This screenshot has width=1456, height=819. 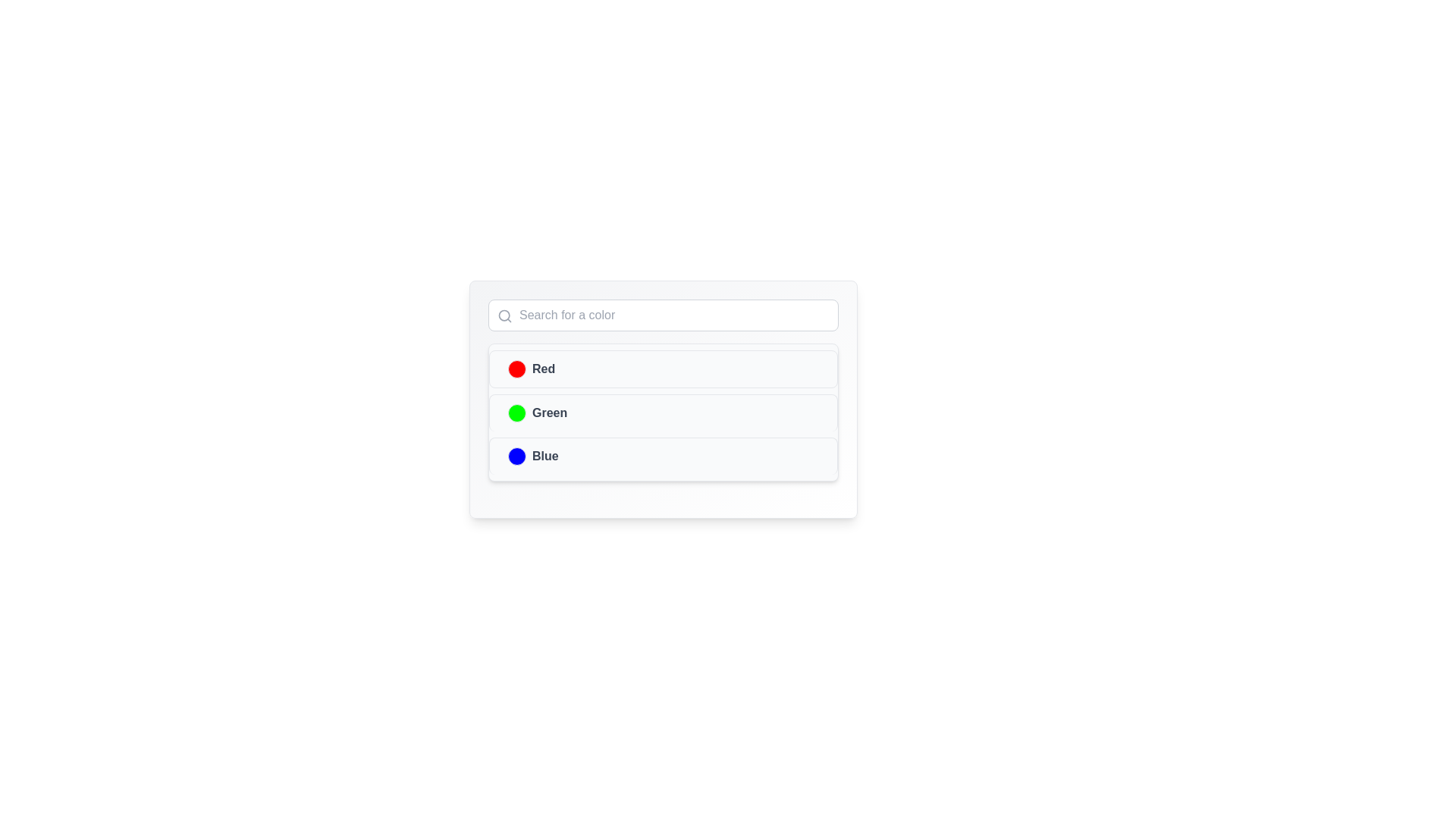 I want to click on the text label displaying 'Red', which is positioned to the right of a circular red icon in a selection list, so click(x=544, y=369).